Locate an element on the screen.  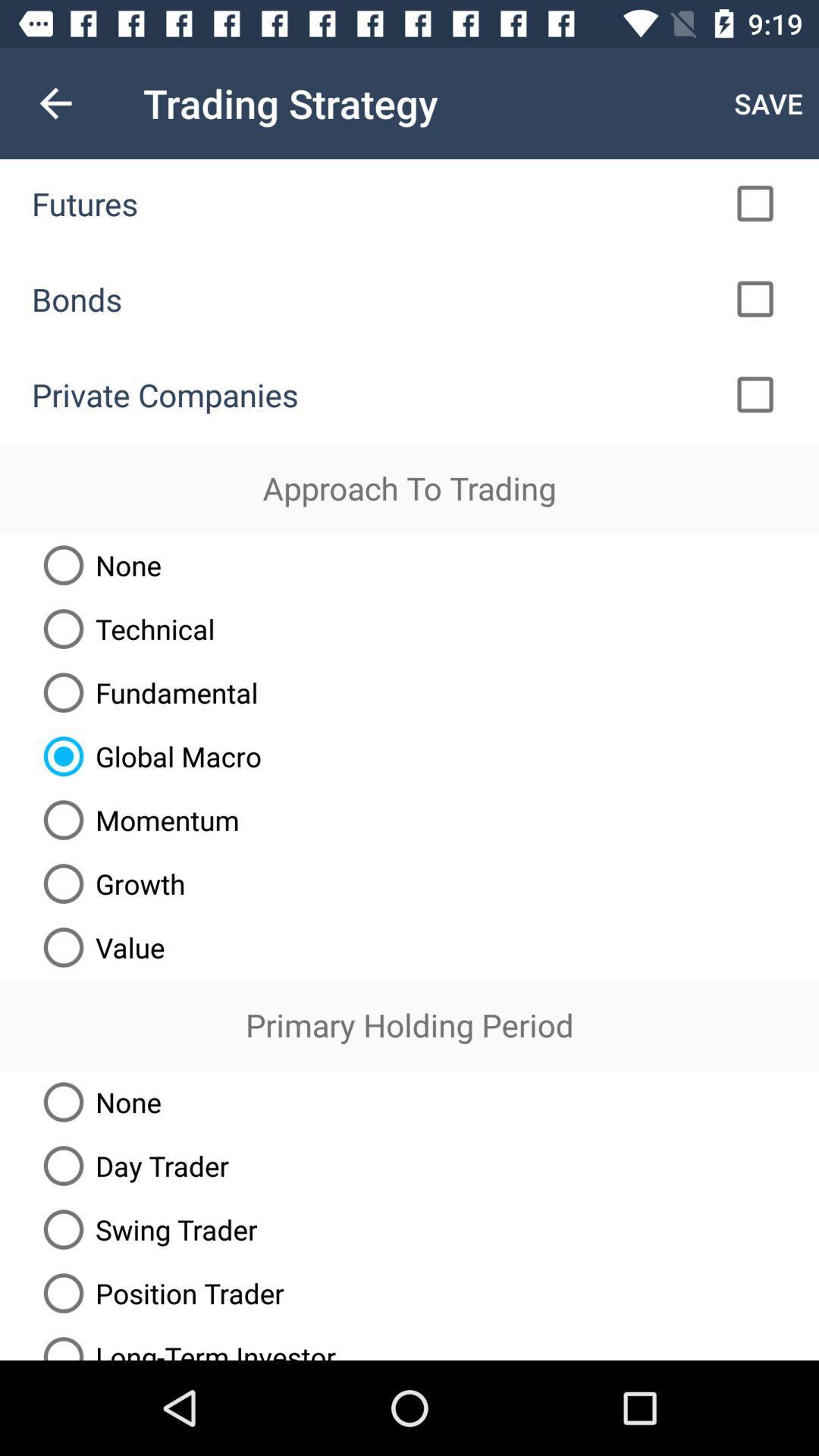
icon below the none is located at coordinates (122, 629).